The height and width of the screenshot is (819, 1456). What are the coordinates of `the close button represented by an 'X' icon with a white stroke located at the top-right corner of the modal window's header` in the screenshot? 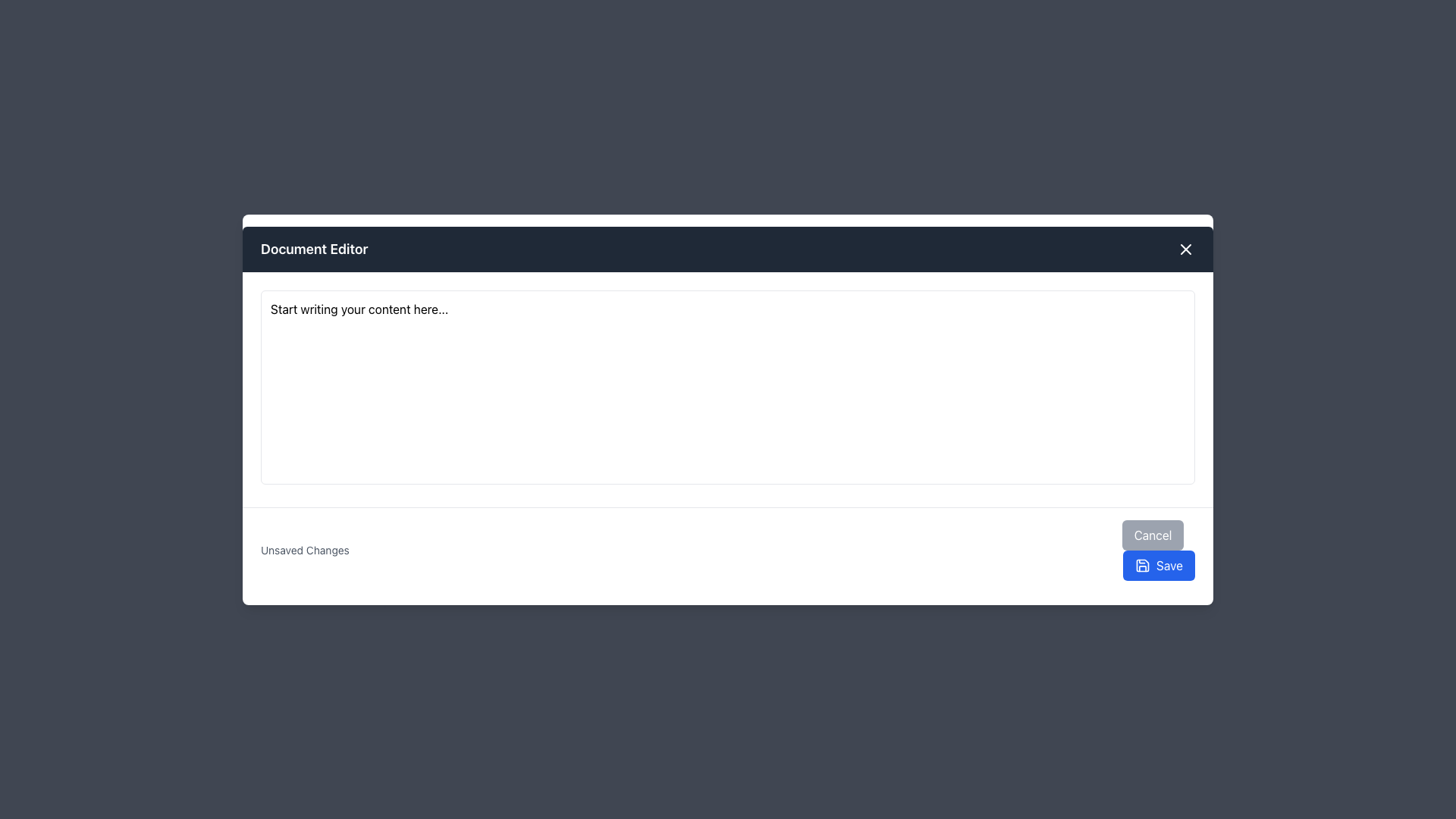 It's located at (1185, 248).